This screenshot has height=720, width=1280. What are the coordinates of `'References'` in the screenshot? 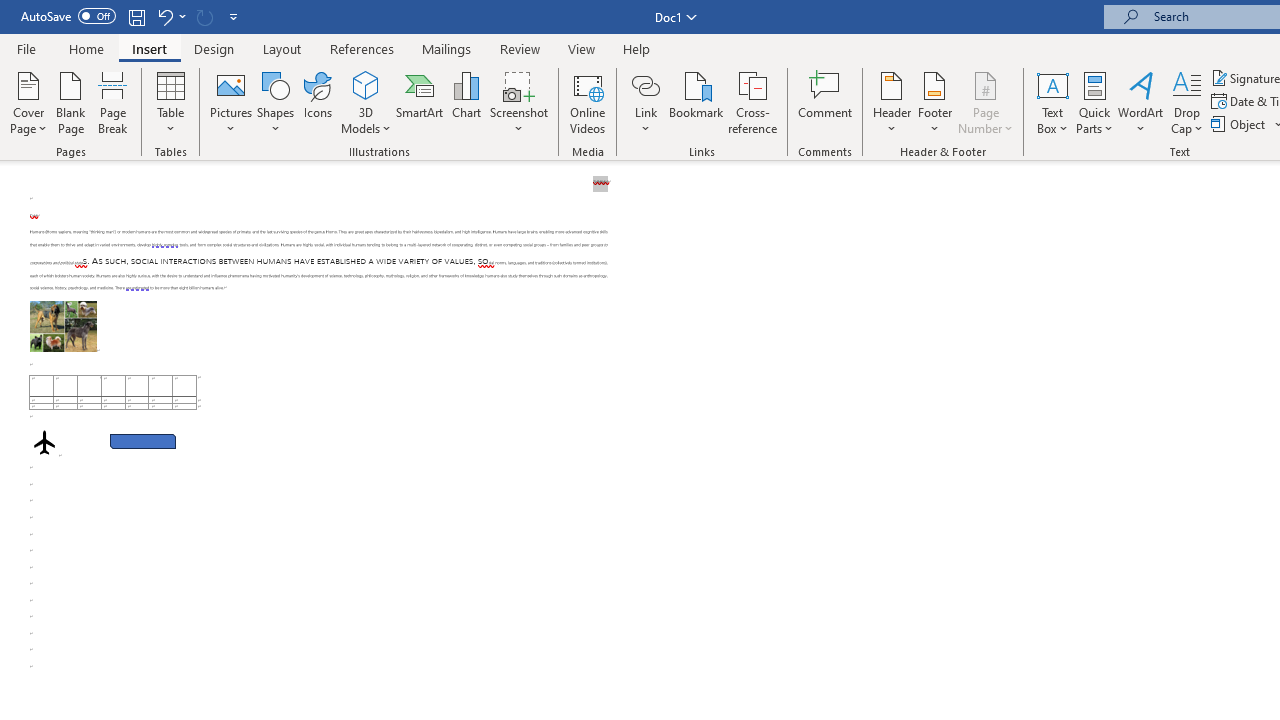 It's located at (362, 48).